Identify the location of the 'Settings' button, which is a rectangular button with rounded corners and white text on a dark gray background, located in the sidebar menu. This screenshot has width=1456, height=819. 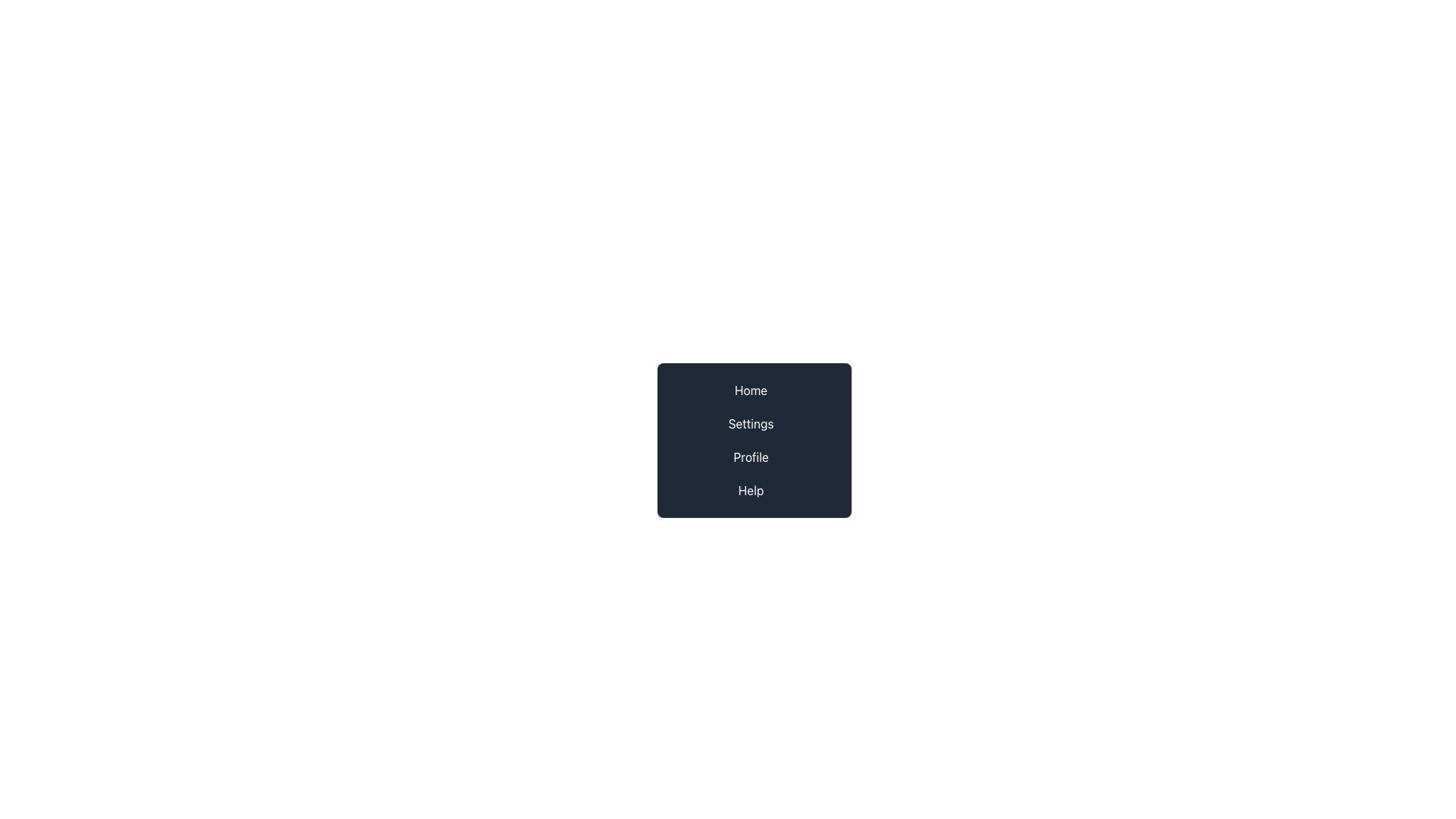
(754, 424).